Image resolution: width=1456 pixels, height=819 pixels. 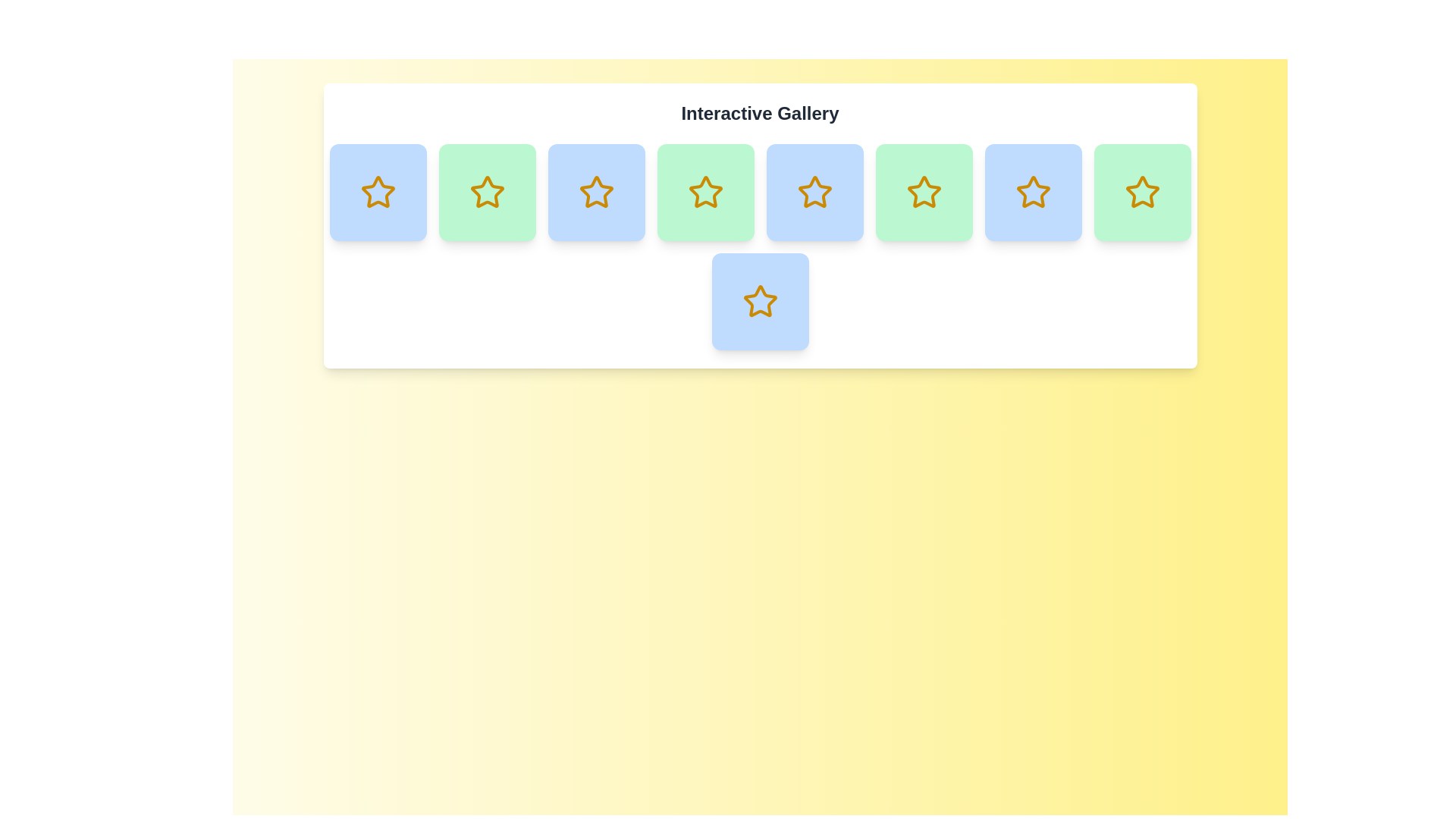 What do you see at coordinates (704, 192) in the screenshot?
I see `the yellow star icon with an outlined design, which is centered within a green square, located at the fourth position in a horizontal sequence of square containers in the gallery` at bounding box center [704, 192].